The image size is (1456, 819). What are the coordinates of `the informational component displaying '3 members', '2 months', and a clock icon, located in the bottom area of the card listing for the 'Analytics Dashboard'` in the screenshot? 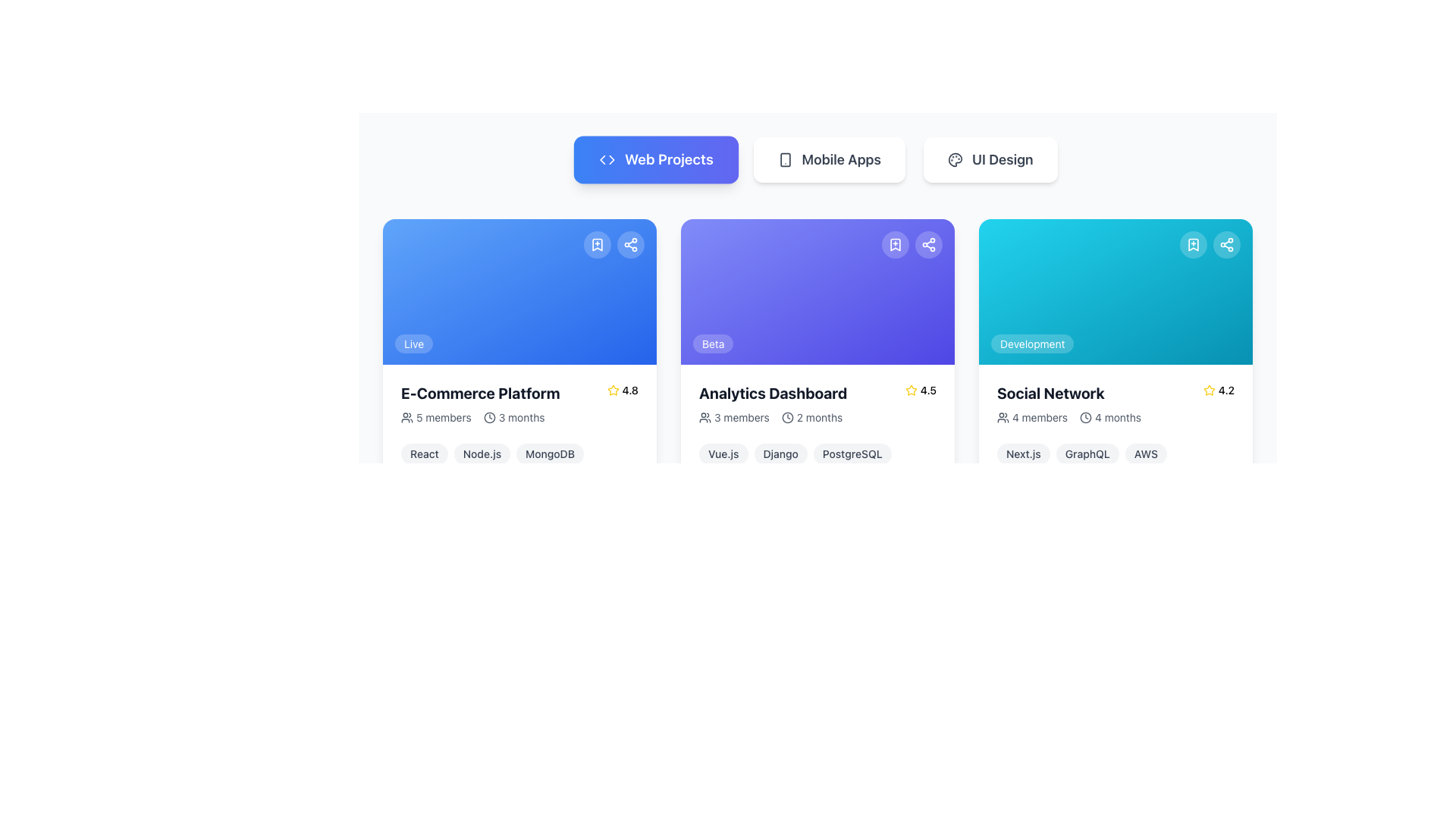 It's located at (817, 418).